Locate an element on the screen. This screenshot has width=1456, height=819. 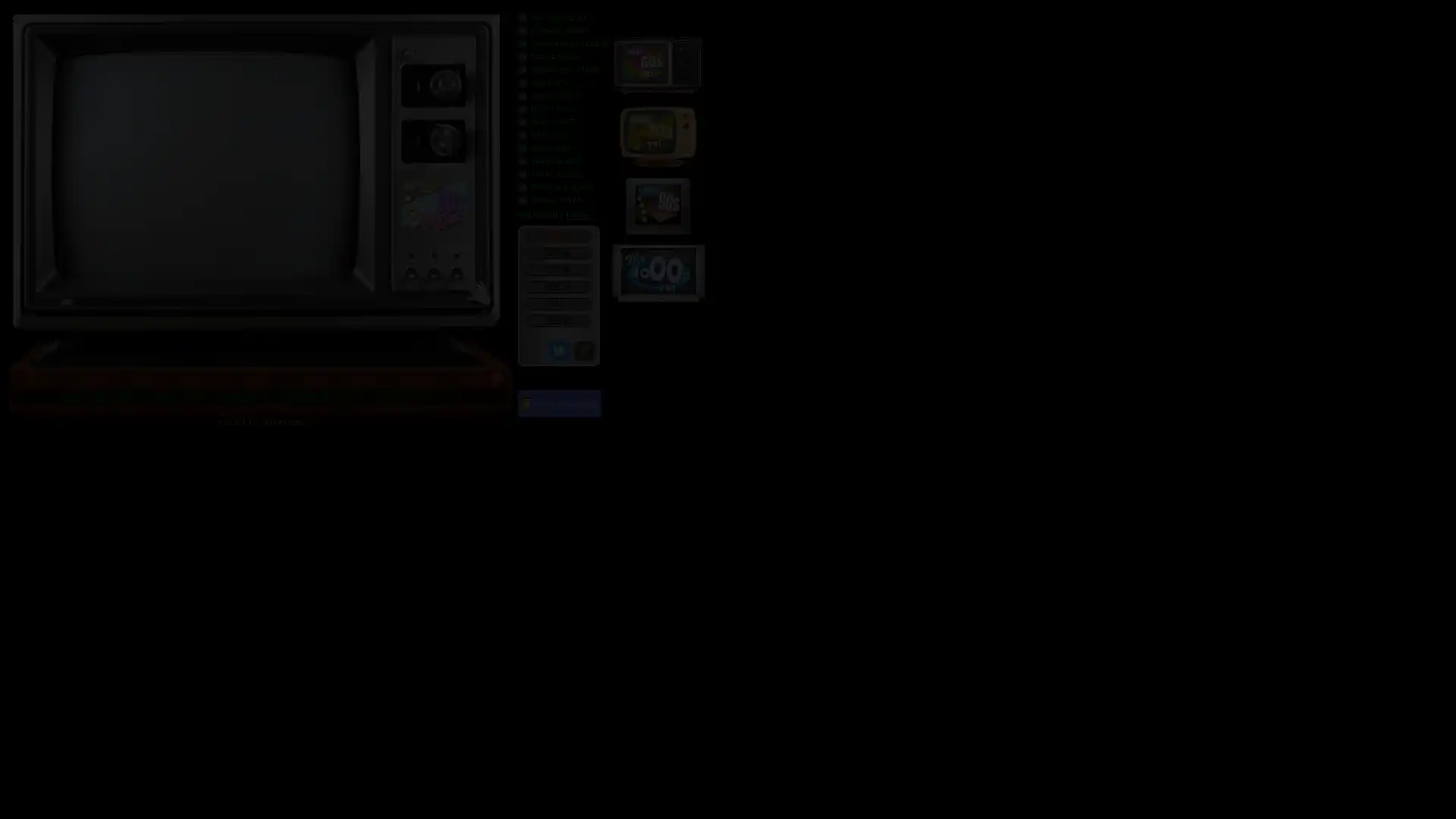
CH is located at coordinates (557, 251).